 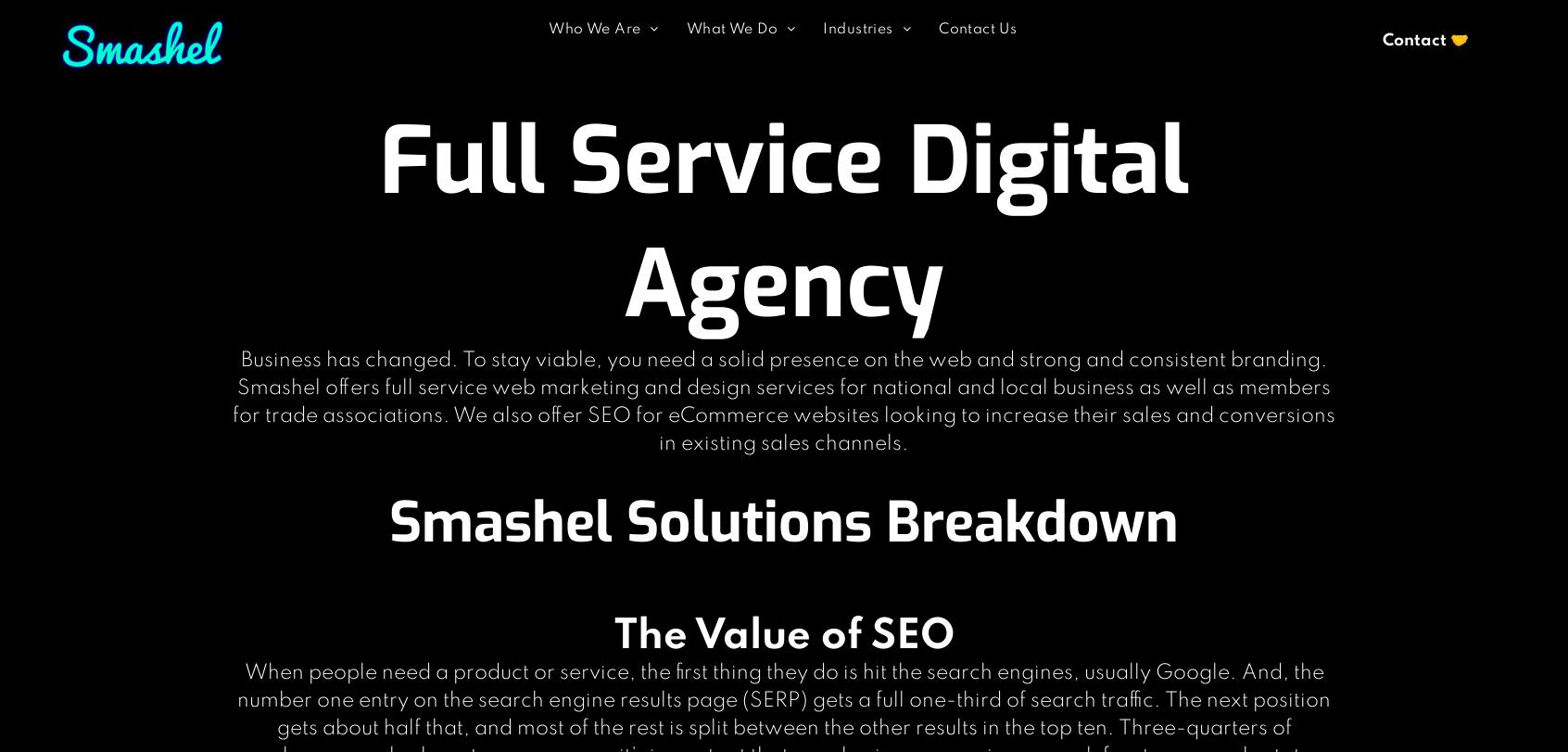 What do you see at coordinates (836, 53) in the screenshot?
I see `'Real Estate'` at bounding box center [836, 53].